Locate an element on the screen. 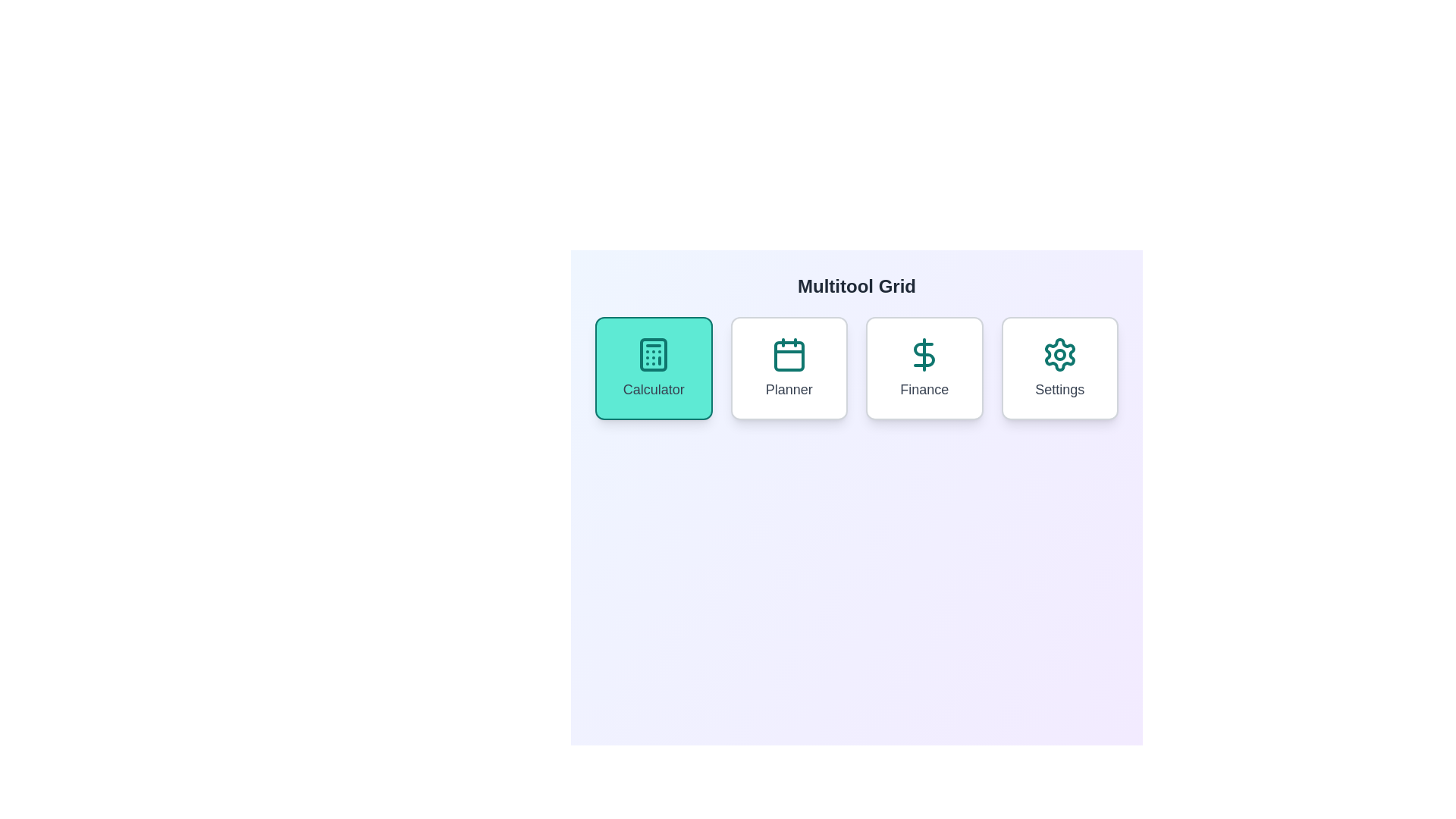 The height and width of the screenshot is (819, 1456). the third card in the grid layout that contains a teal dollar sign icon and the text 'Finance' is located at coordinates (924, 369).